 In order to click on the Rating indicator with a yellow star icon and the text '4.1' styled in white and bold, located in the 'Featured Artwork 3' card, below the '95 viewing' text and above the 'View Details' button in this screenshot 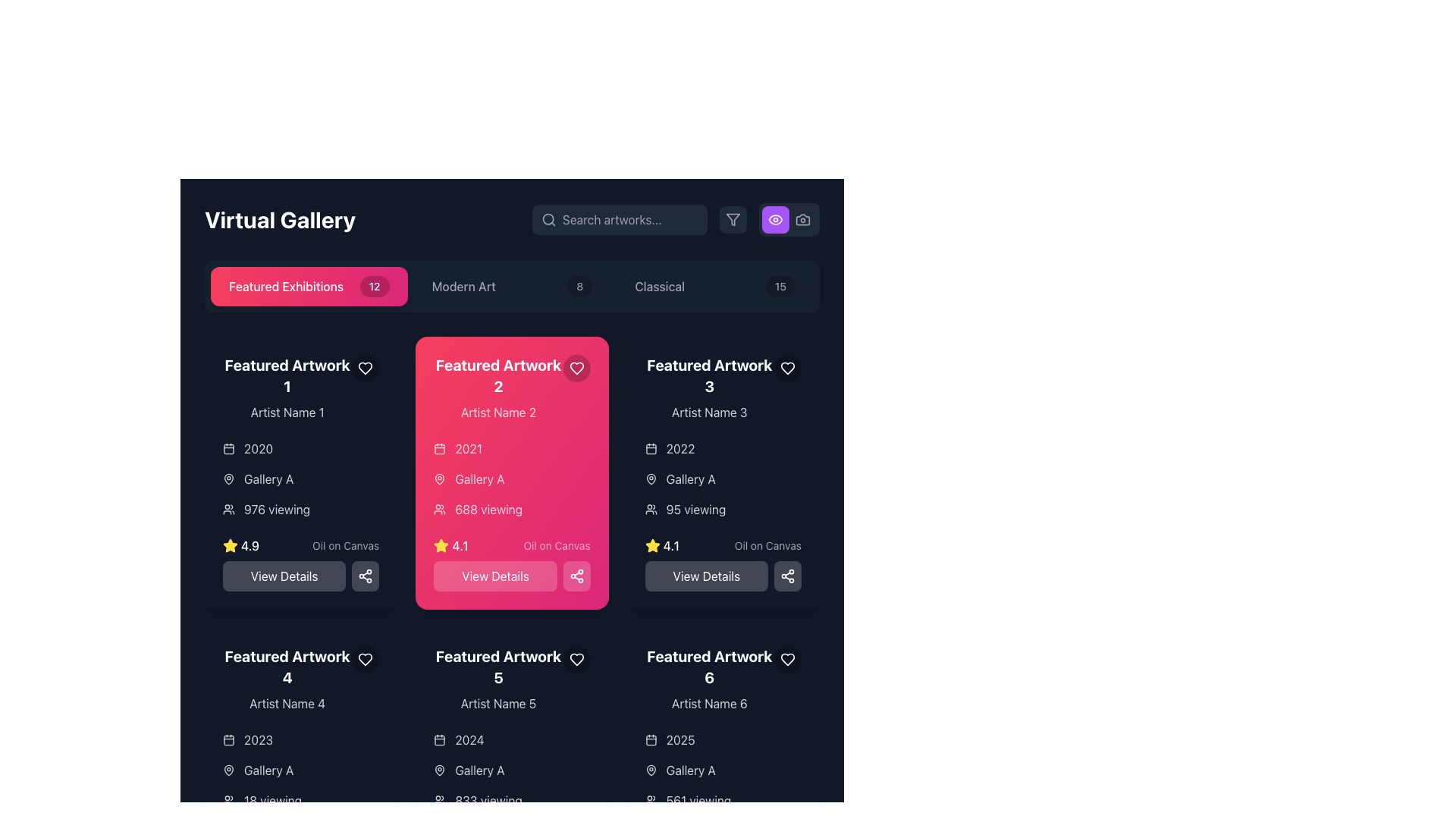, I will do `click(662, 546)`.